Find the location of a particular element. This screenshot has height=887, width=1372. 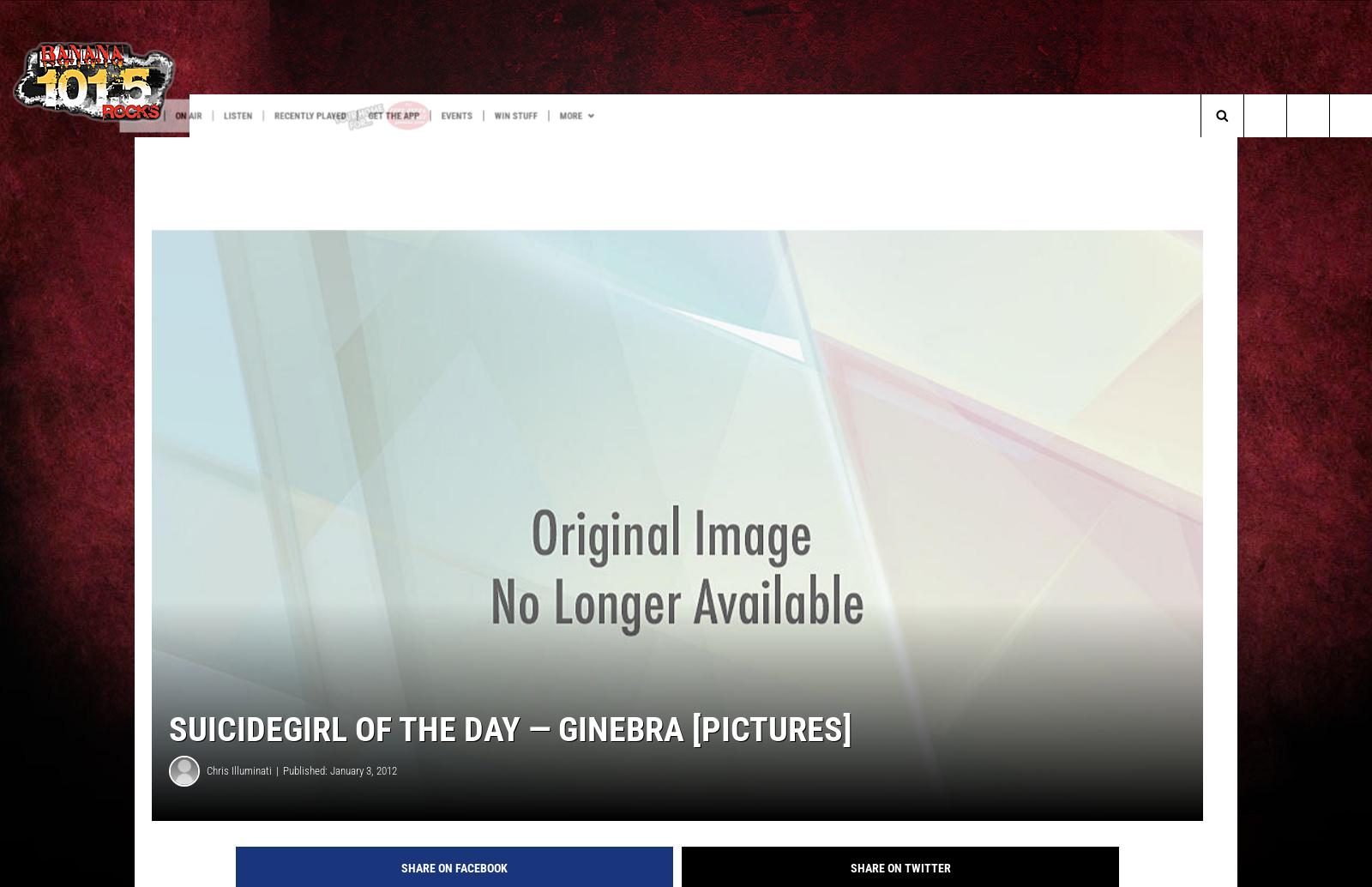

'Listen' is located at coordinates (342, 116).